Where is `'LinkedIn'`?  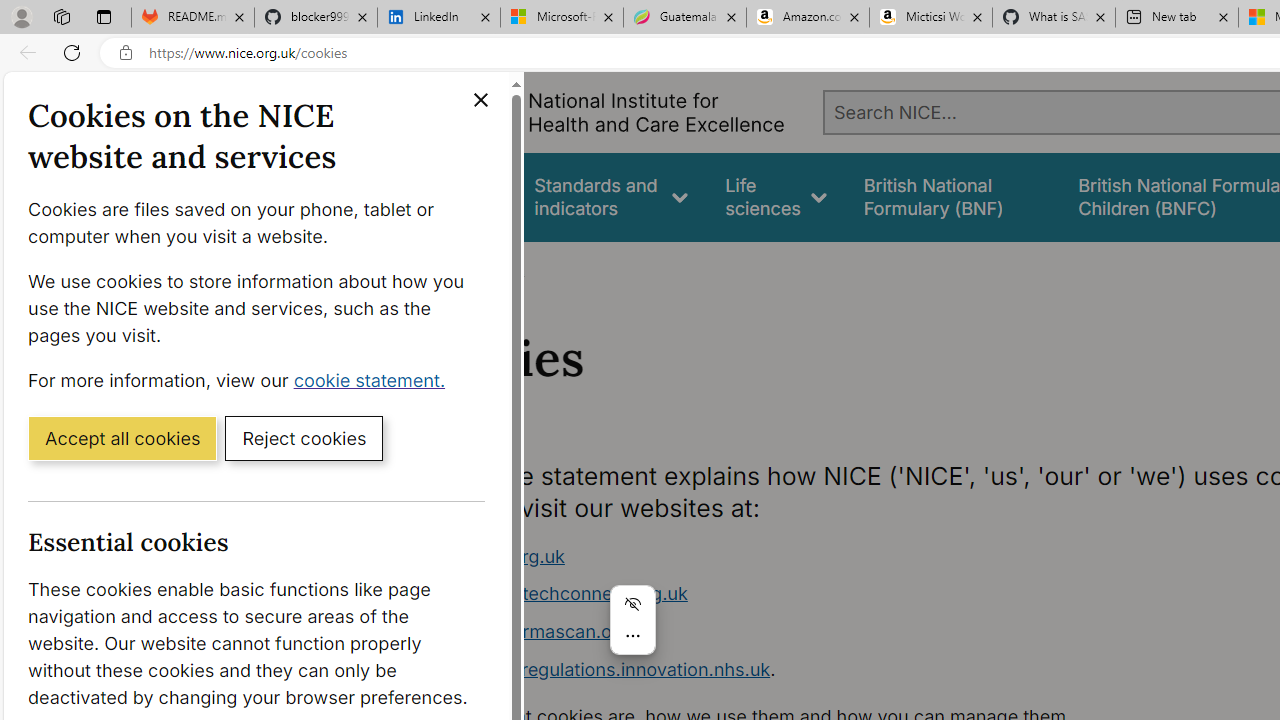 'LinkedIn' is located at coordinates (438, 17).